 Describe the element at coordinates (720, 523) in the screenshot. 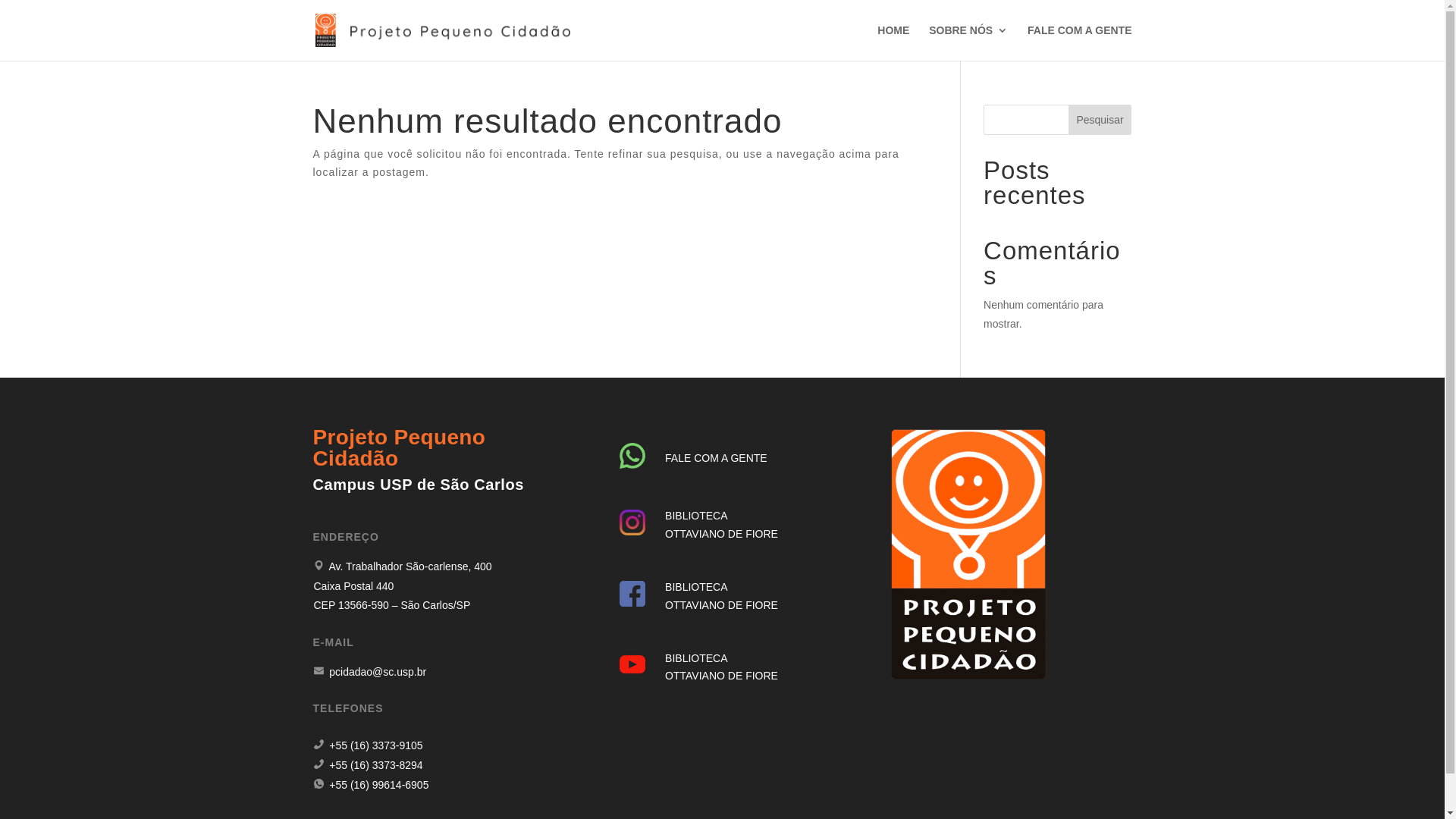

I see `'BIBLIOTECA` at that location.